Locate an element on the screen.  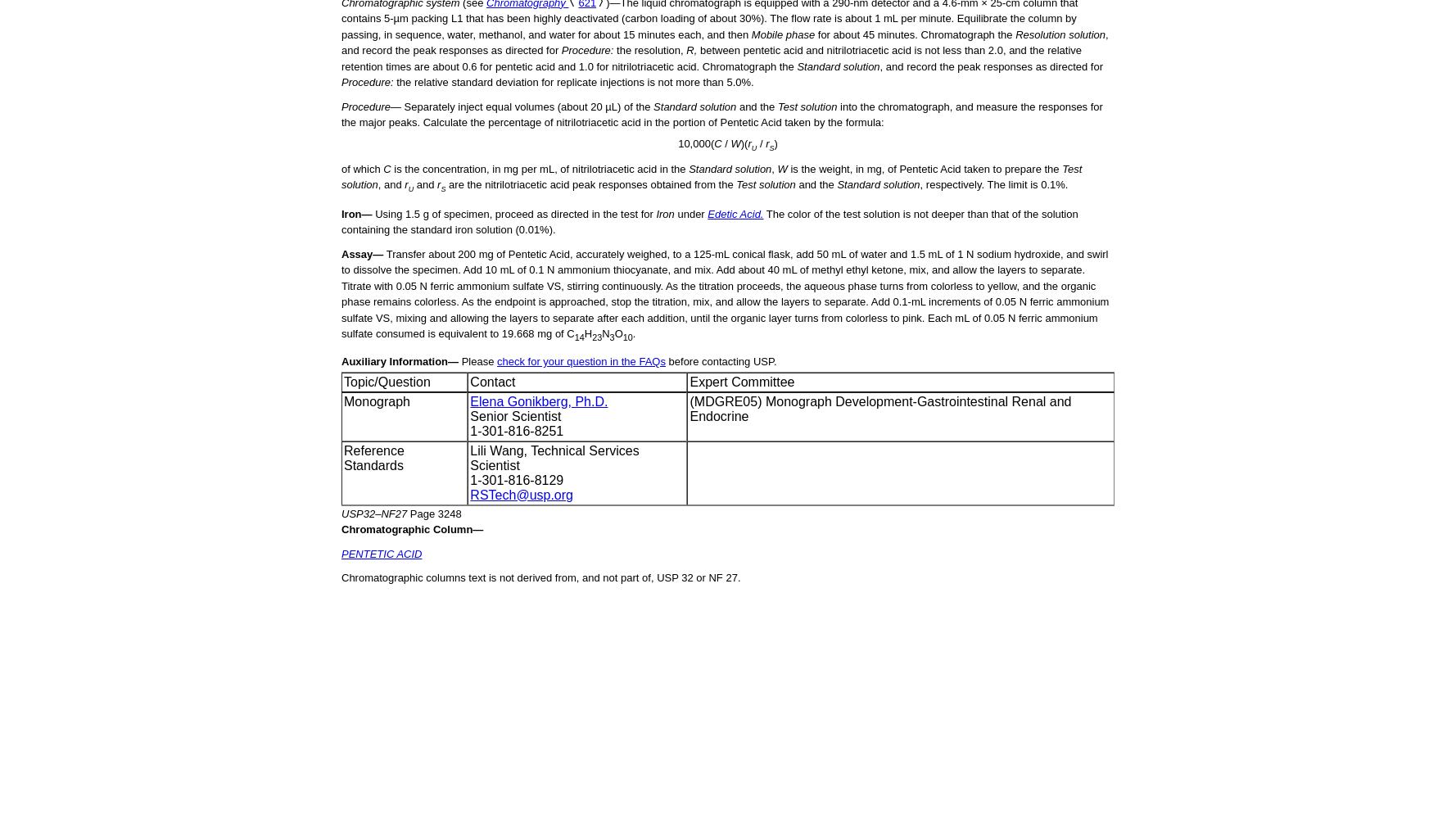
'.' is located at coordinates (633, 333).